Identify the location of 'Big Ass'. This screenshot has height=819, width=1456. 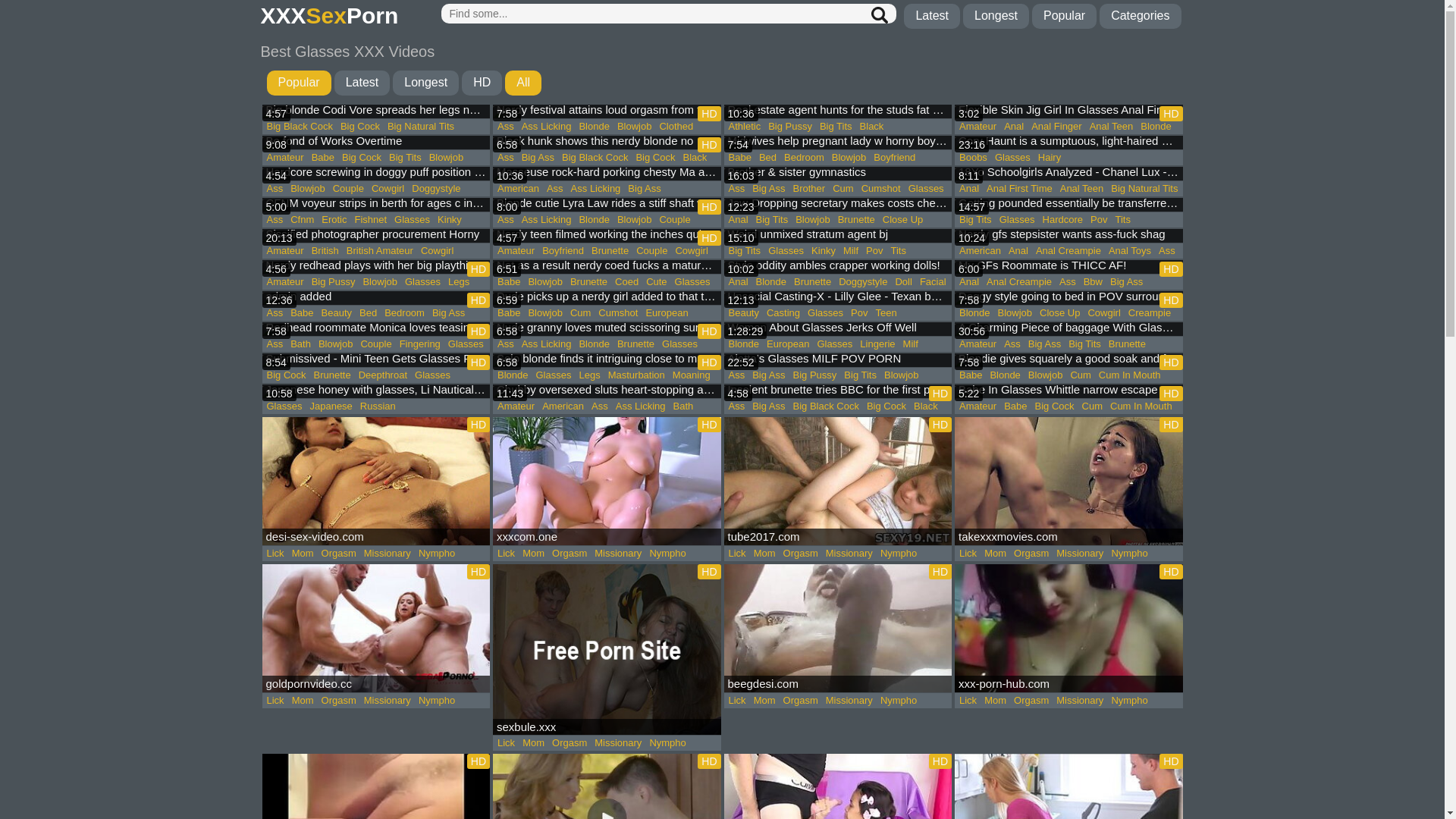
(428, 312).